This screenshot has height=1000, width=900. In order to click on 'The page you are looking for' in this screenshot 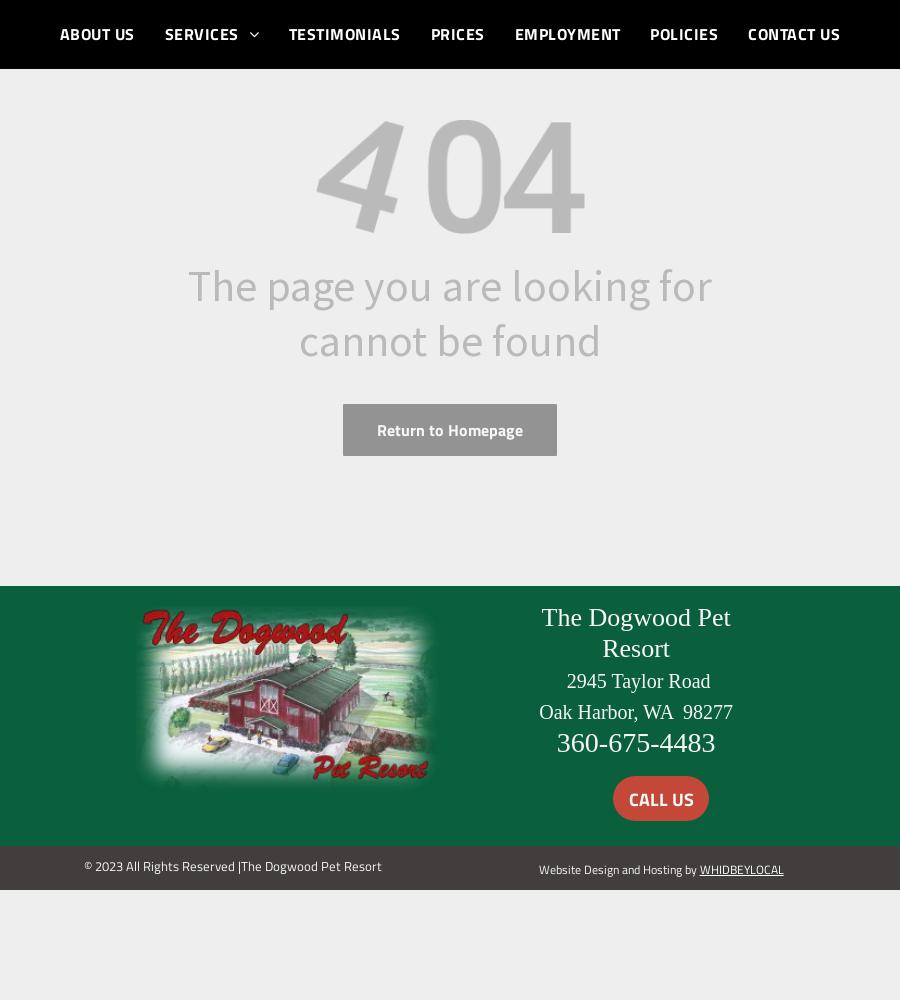, I will do `click(450, 284)`.